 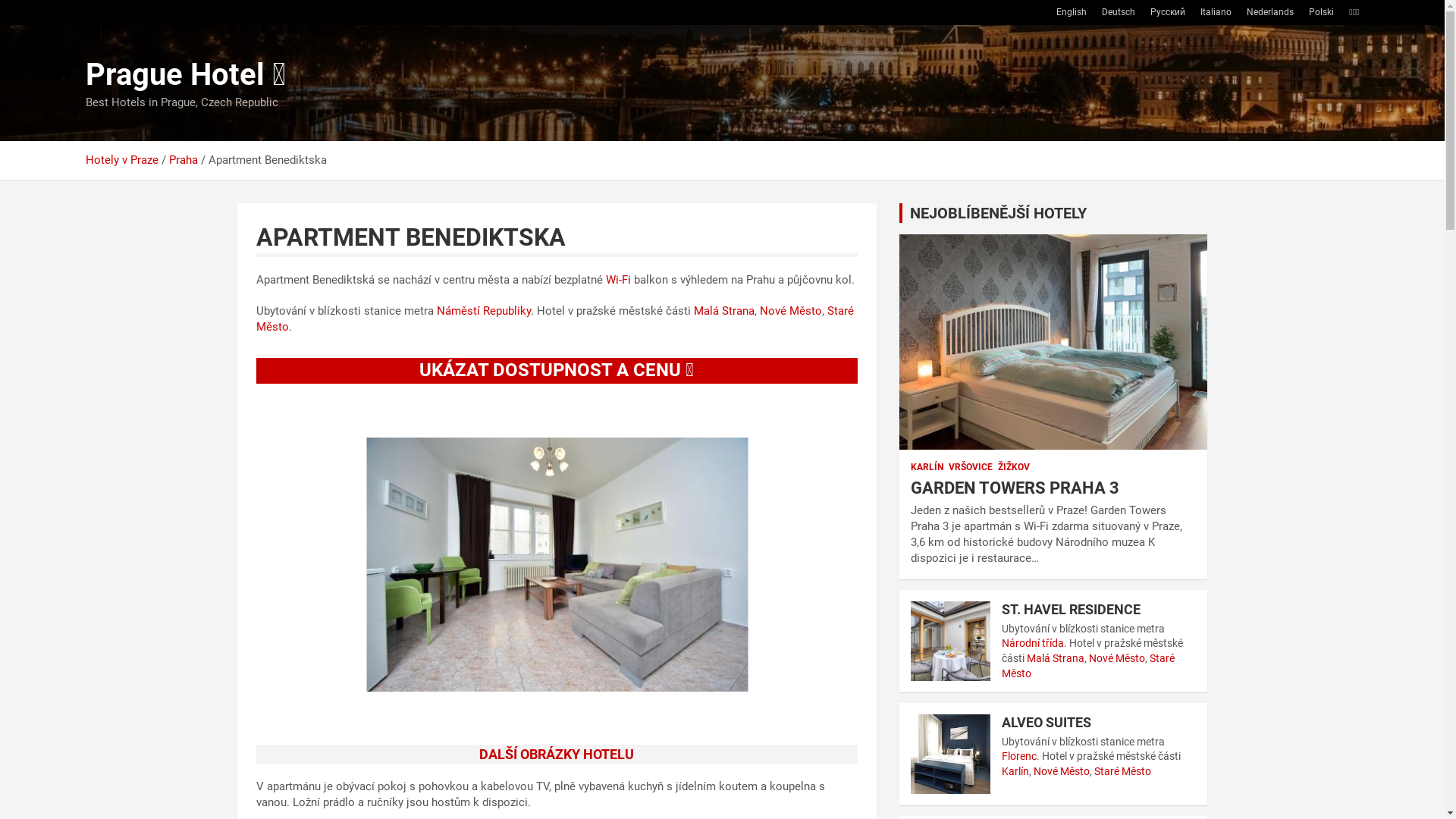 I want to click on 'Praha', so click(x=168, y=160).